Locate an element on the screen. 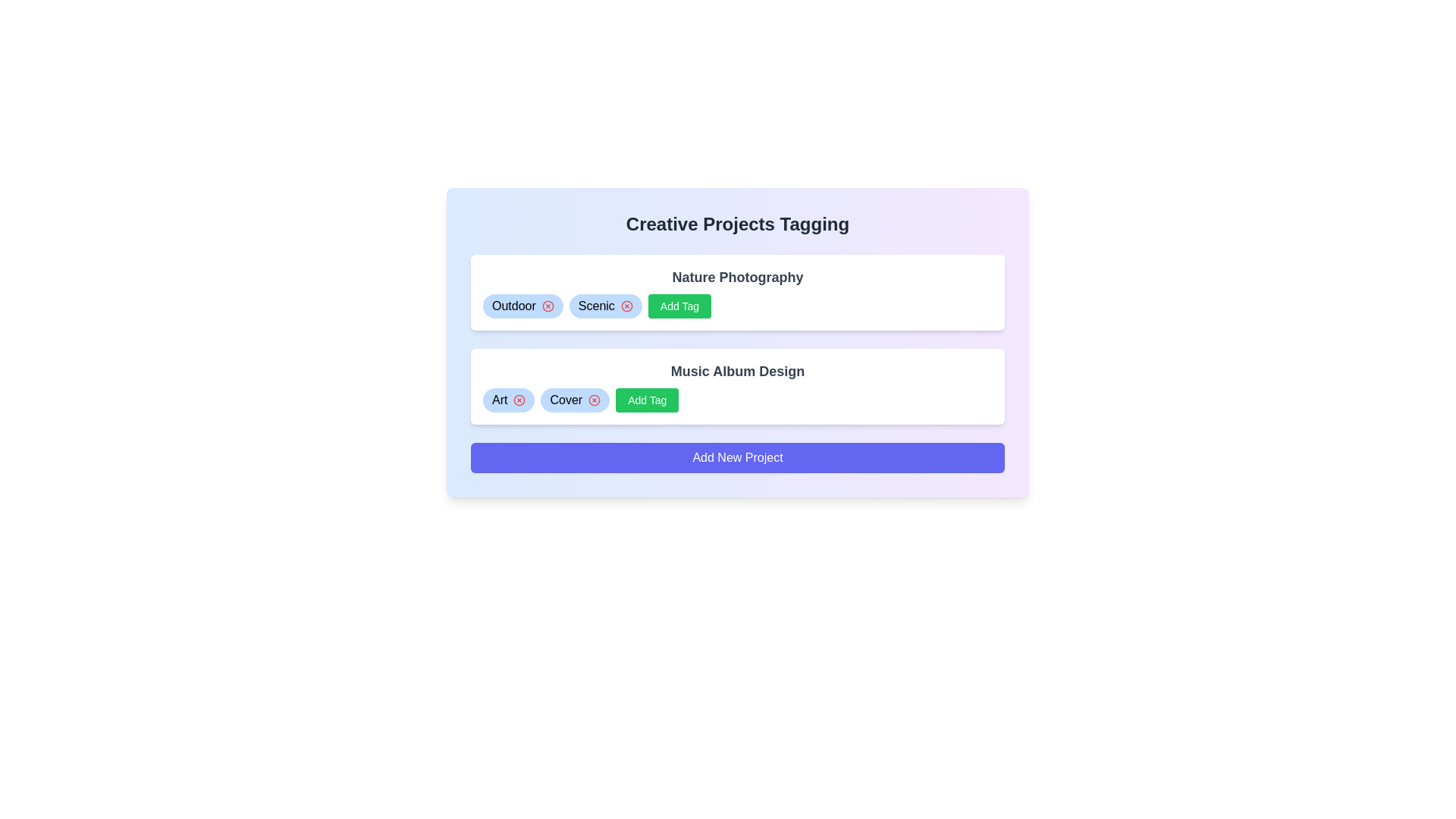 The image size is (1456, 819). the button located immediately to the right of the 'Art' and 'Cover' tag-like items is located at coordinates (647, 400).